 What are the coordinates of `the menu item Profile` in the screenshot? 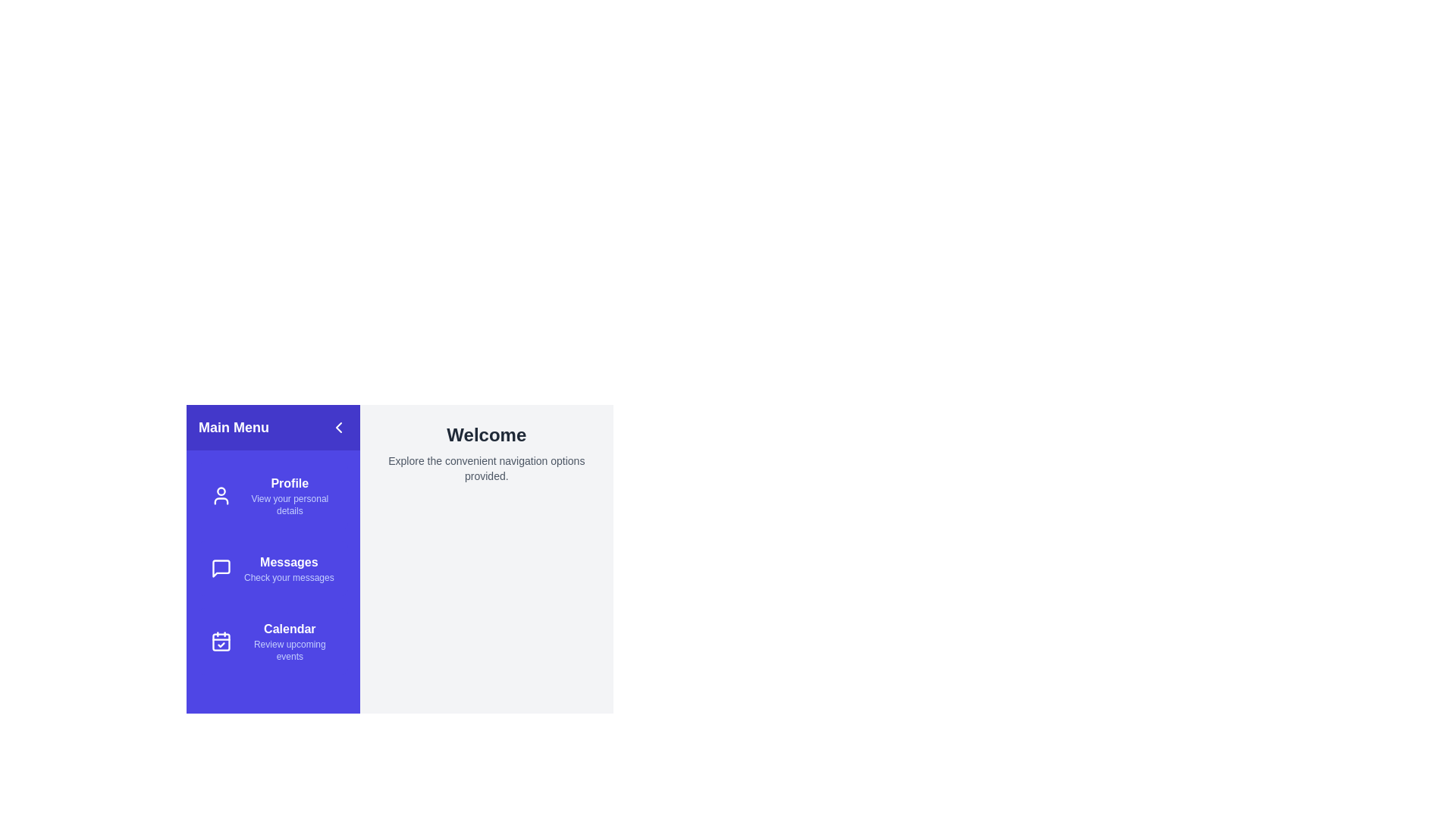 It's located at (273, 496).